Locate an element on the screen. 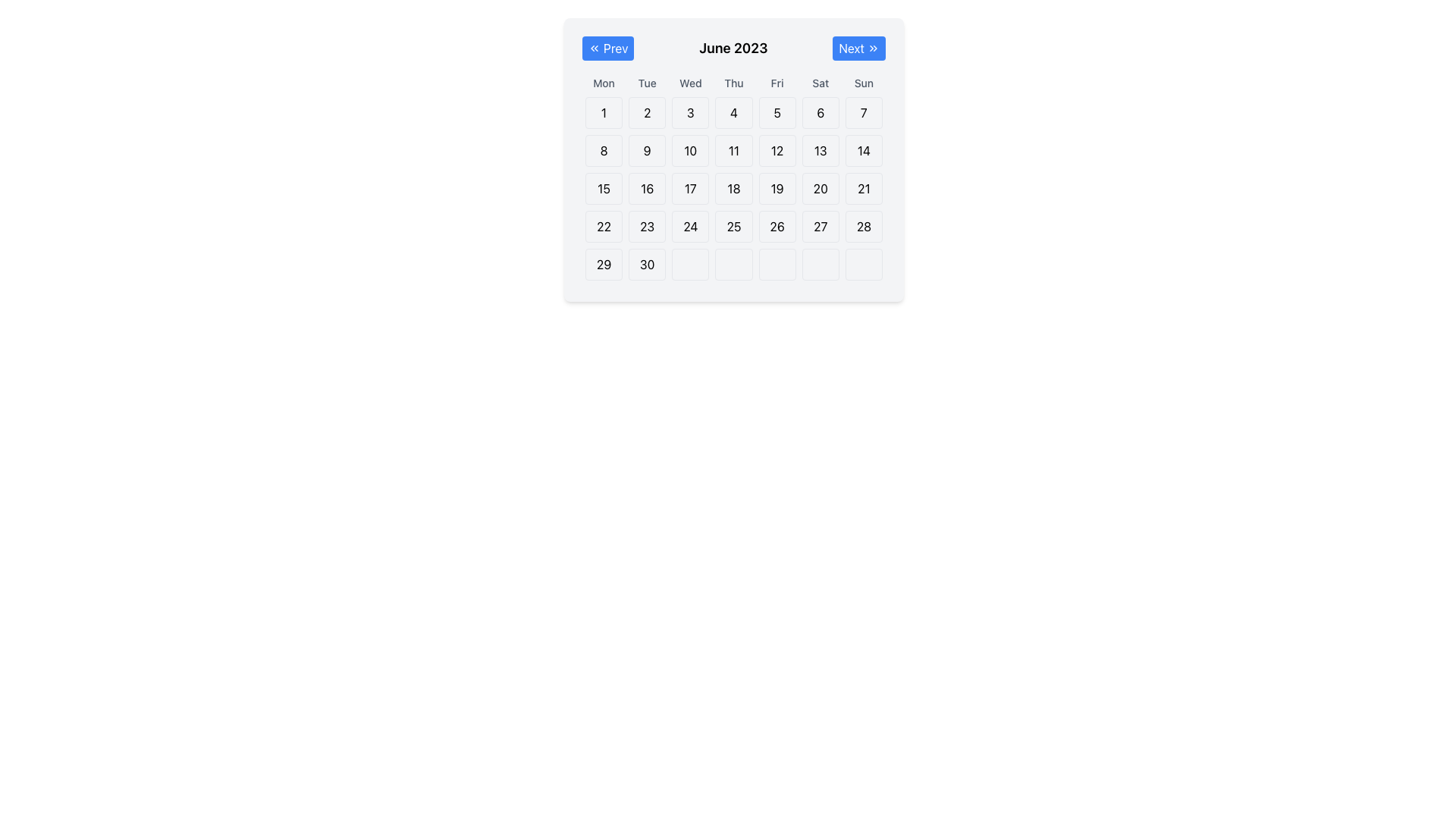 The width and height of the screenshot is (1456, 819). the square button labeled '16' in the calendar UI is located at coordinates (647, 188).